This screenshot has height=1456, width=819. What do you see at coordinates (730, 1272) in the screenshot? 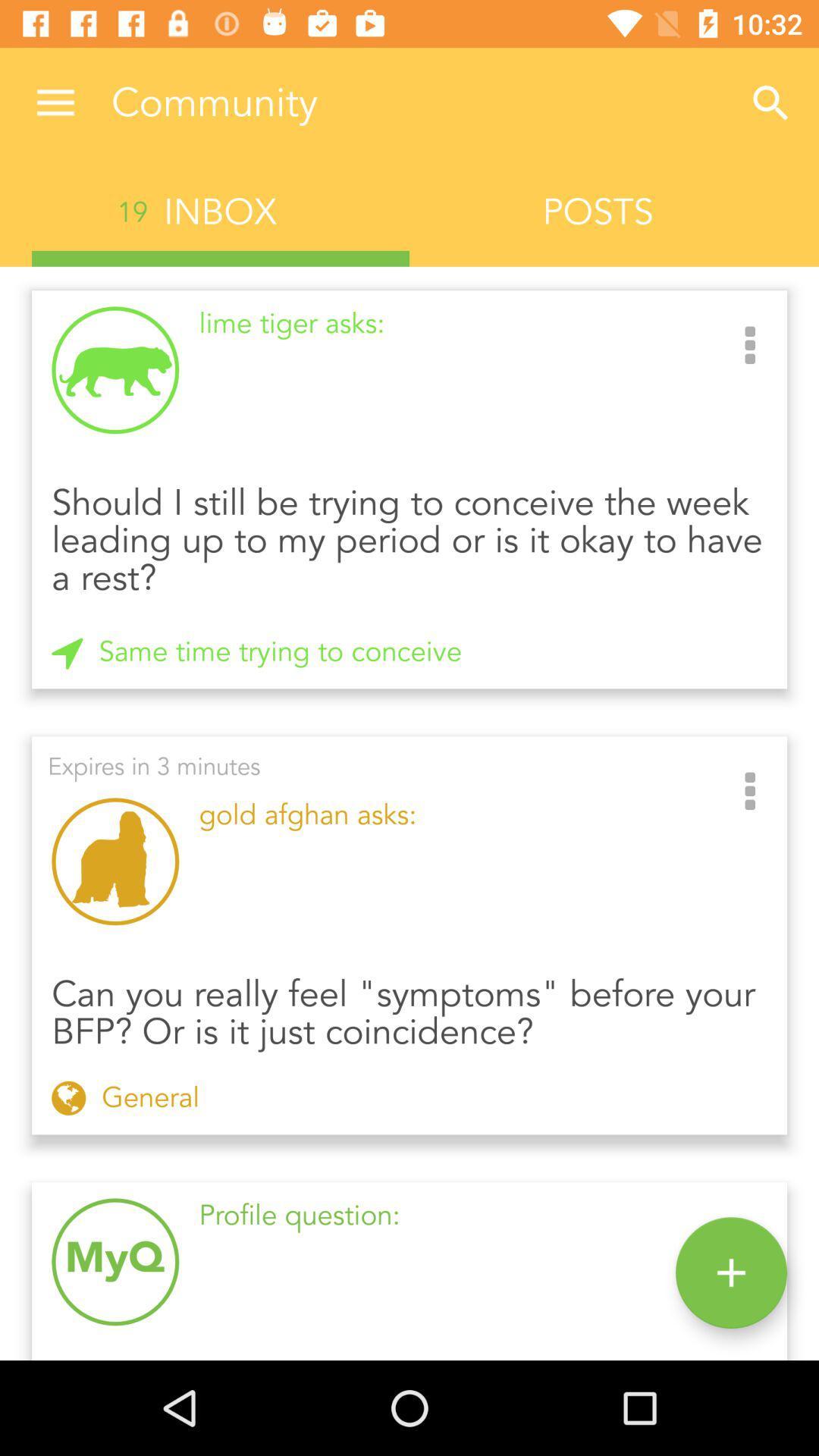
I see `the item at the bottom right corner` at bounding box center [730, 1272].